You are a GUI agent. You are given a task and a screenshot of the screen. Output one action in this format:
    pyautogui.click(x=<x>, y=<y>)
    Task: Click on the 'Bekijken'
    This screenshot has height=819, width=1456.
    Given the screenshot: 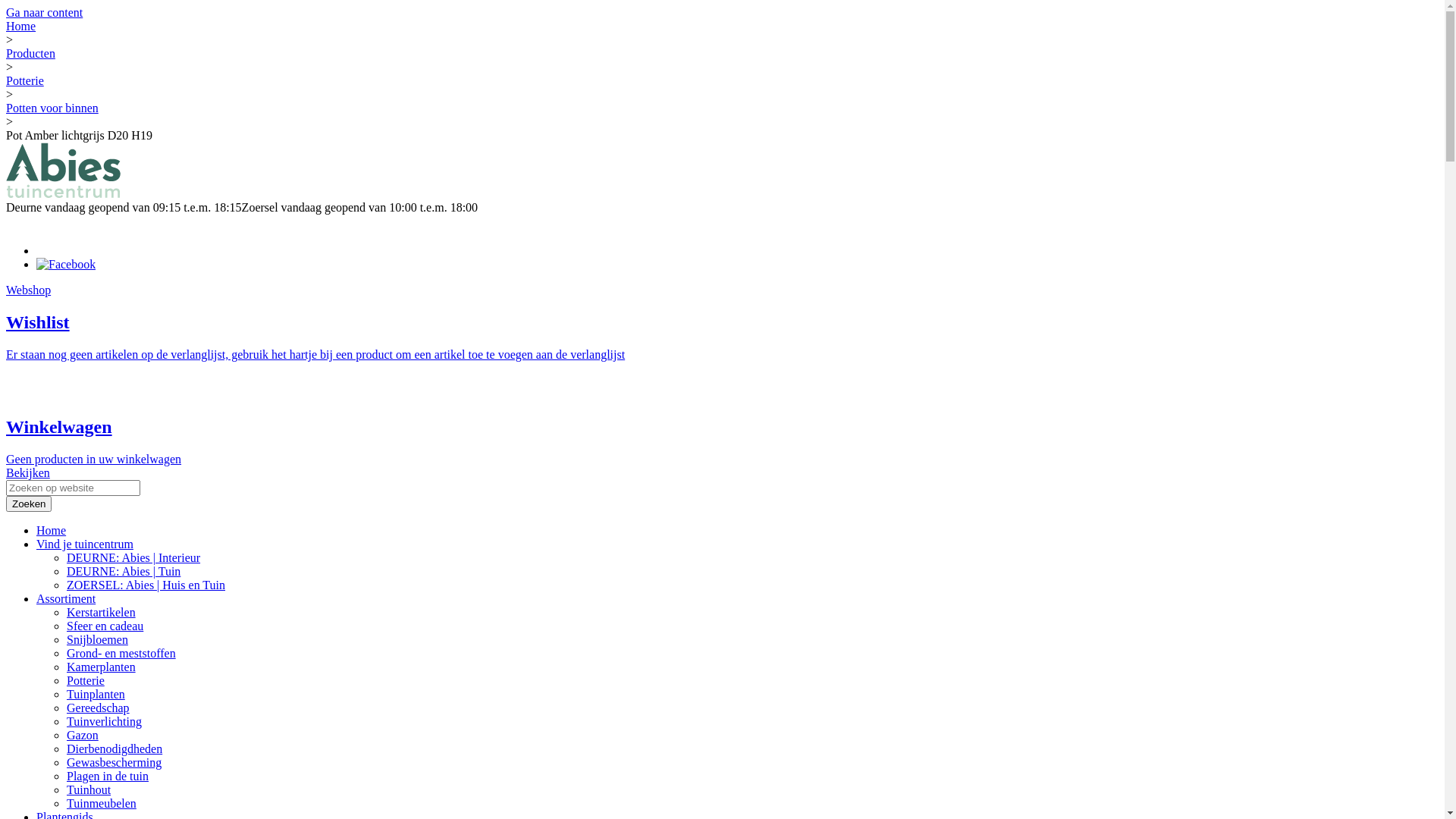 What is the action you would take?
    pyautogui.click(x=28, y=472)
    